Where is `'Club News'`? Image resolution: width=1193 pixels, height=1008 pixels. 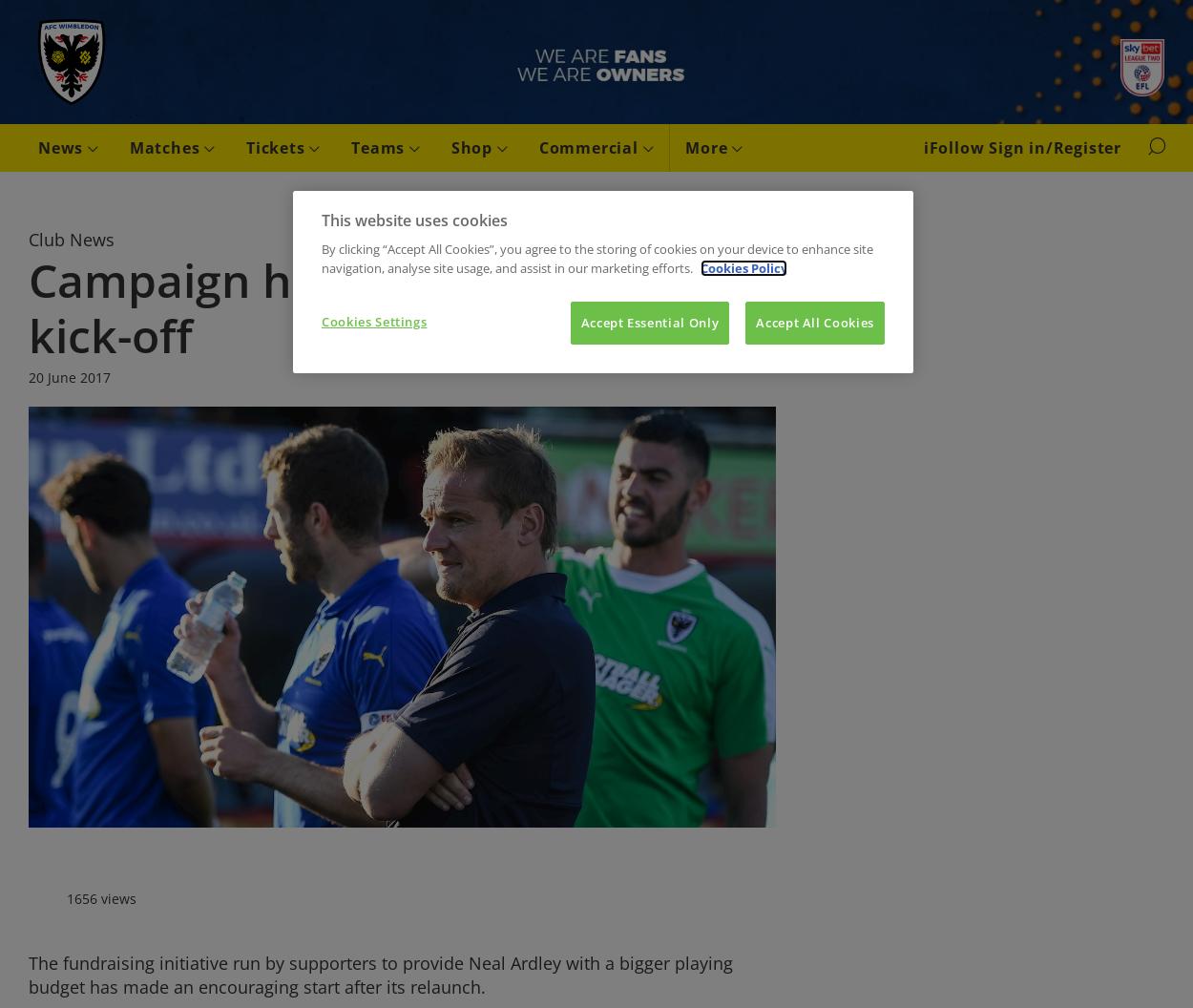 'Club News' is located at coordinates (29, 239).